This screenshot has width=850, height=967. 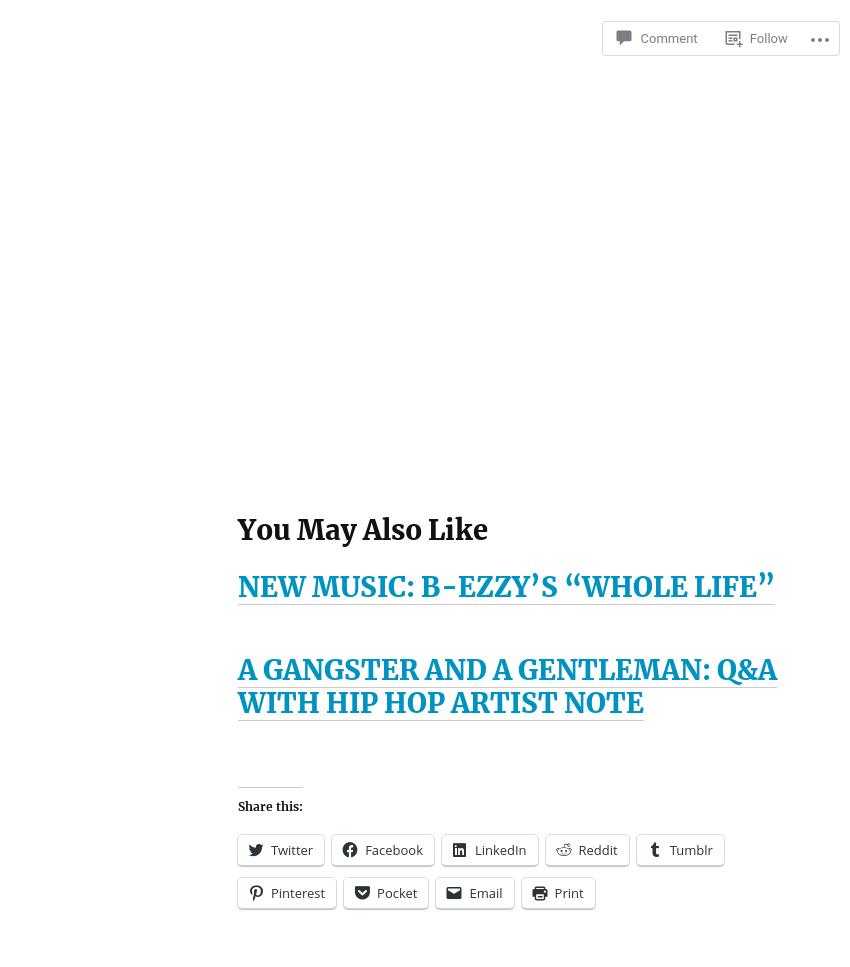 What do you see at coordinates (766, 37) in the screenshot?
I see `'Follow'` at bounding box center [766, 37].